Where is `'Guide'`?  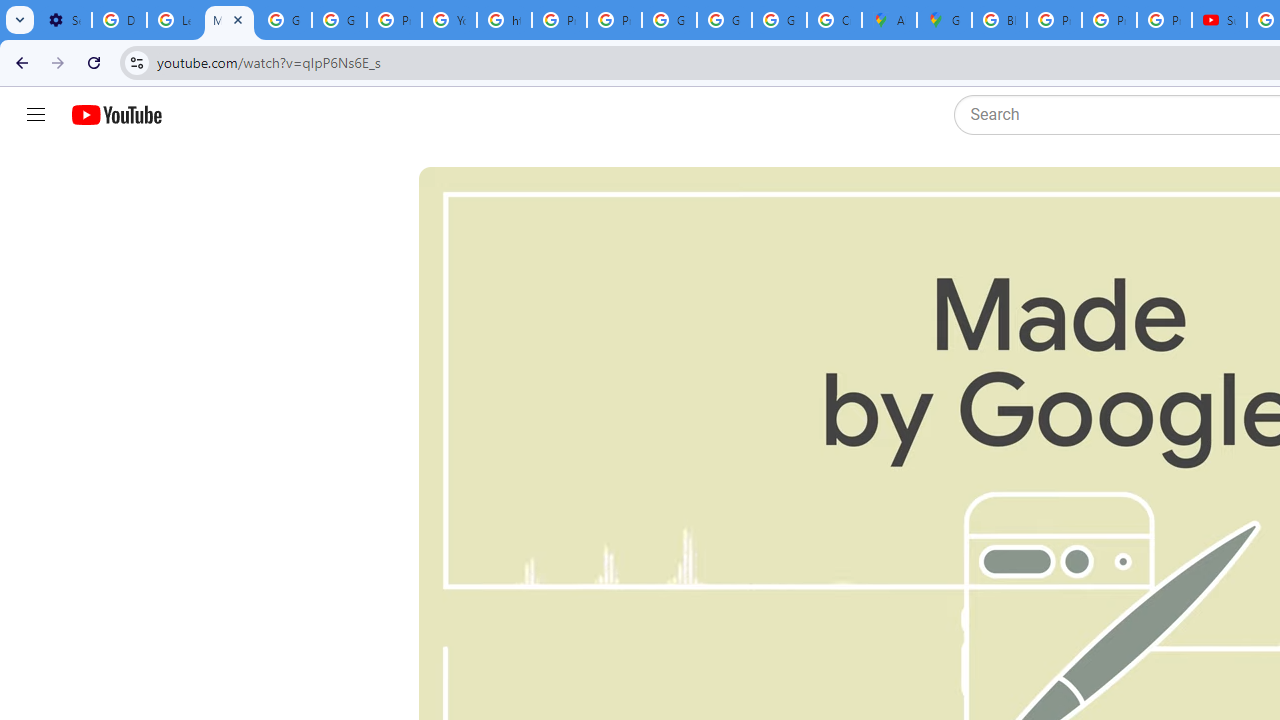 'Guide' is located at coordinates (35, 115).